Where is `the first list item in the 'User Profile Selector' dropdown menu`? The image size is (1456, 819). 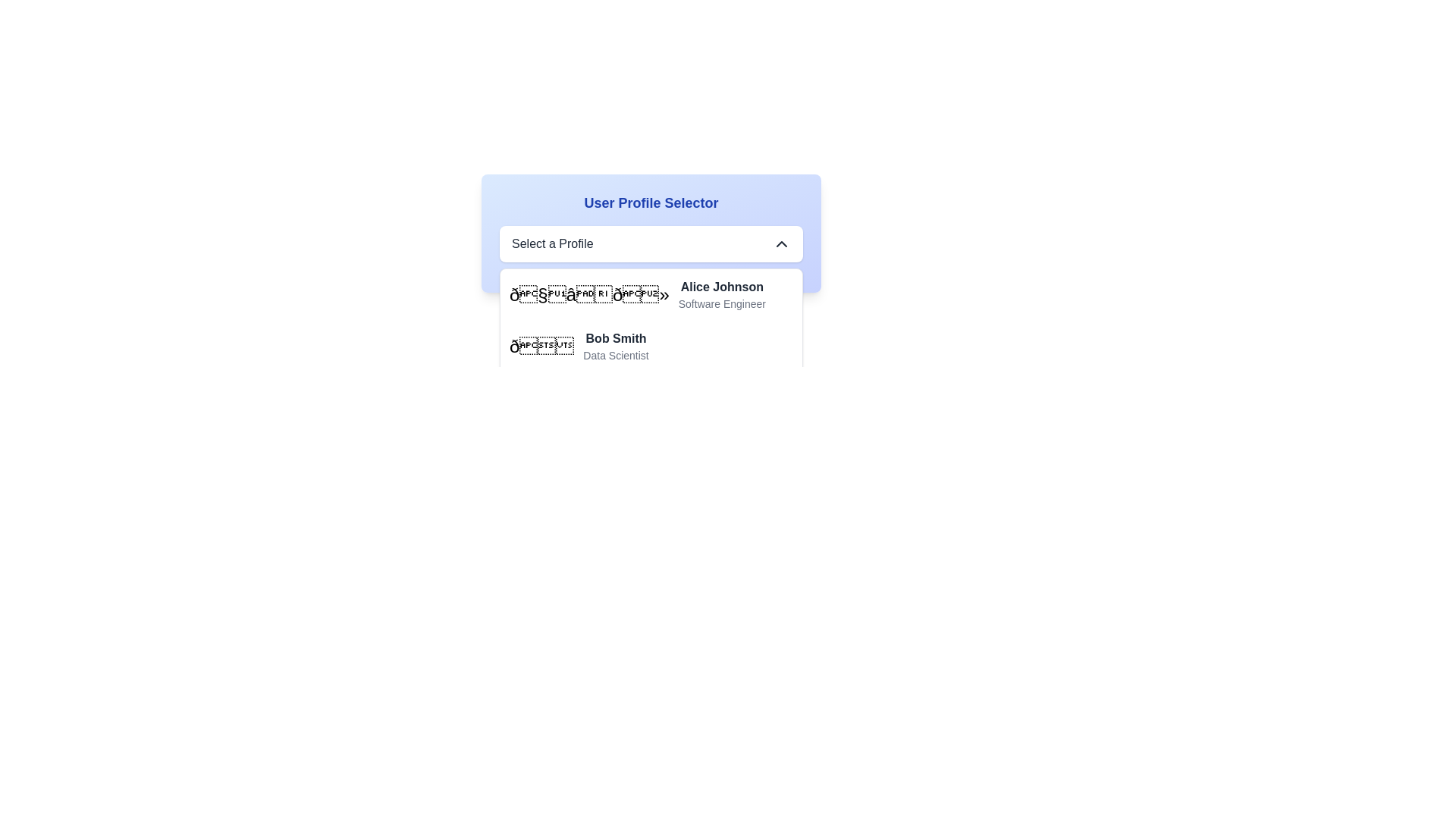
the first list item in the 'User Profile Selector' dropdown menu is located at coordinates (651, 295).